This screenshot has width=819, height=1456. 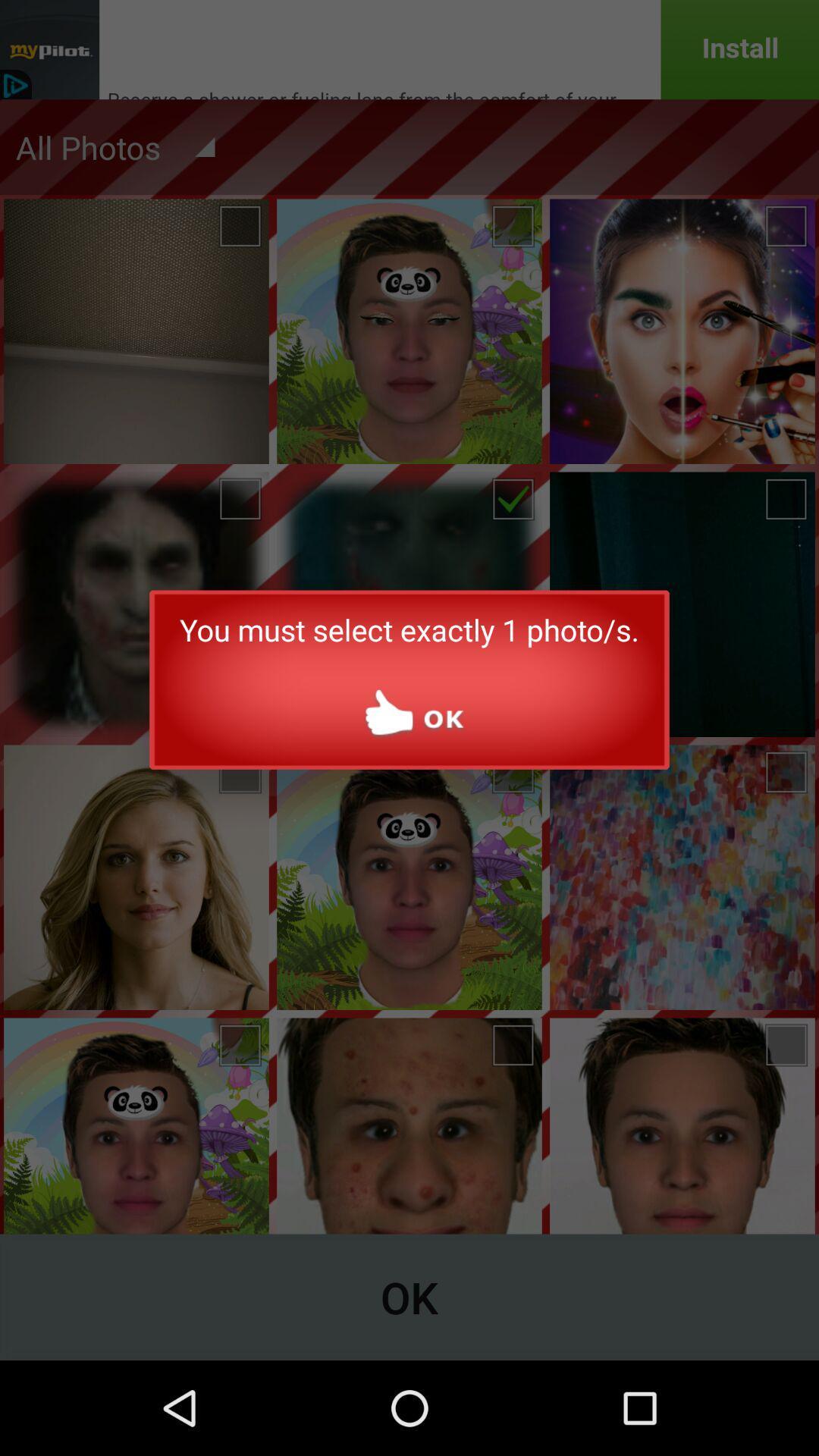 I want to click on the label icon, so click(x=667, y=168).